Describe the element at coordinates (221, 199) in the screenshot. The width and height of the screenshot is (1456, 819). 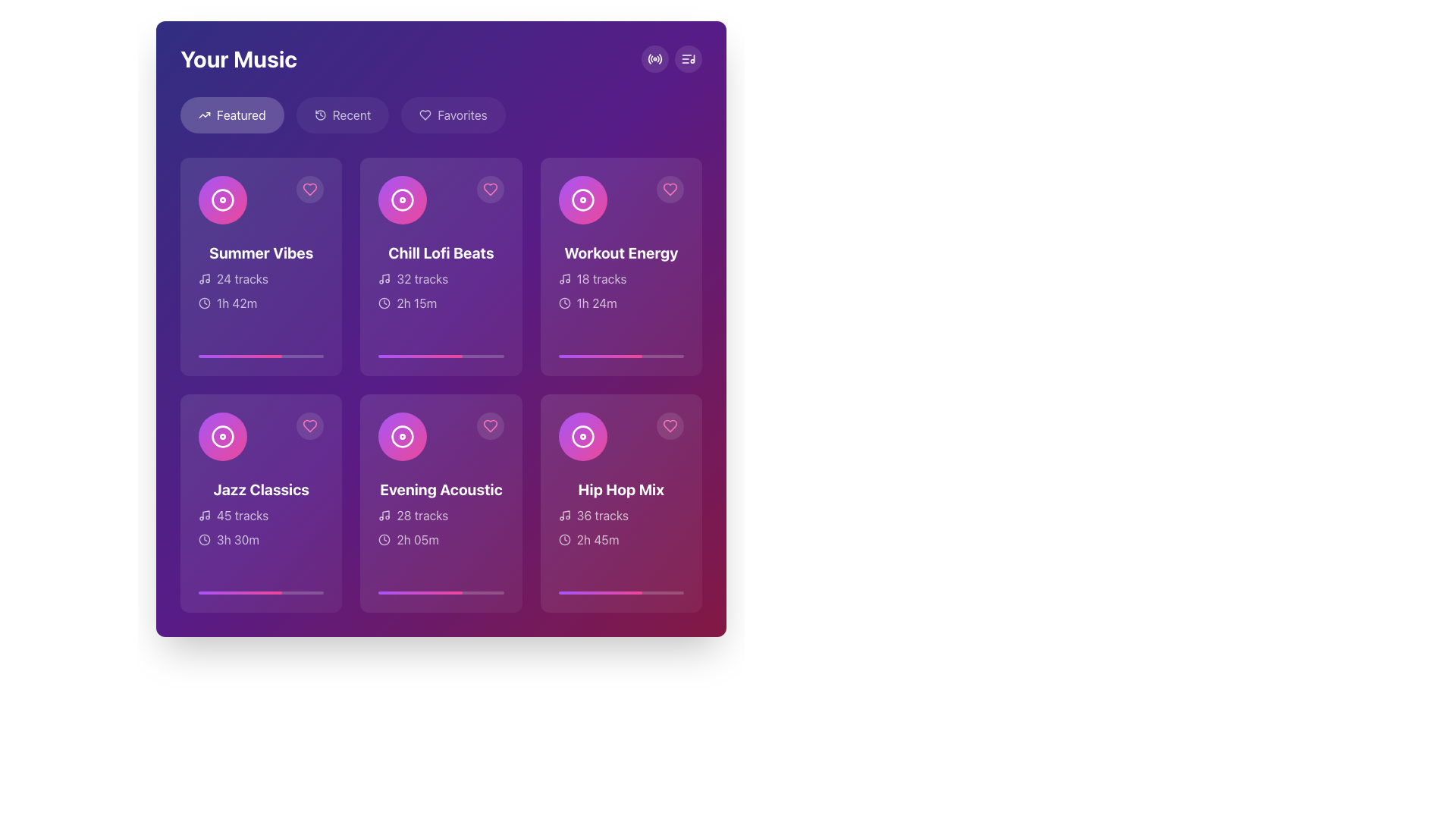
I see `the decorative icon for the 'Summer Vibes' music card located at the top-left corner of the card` at that location.